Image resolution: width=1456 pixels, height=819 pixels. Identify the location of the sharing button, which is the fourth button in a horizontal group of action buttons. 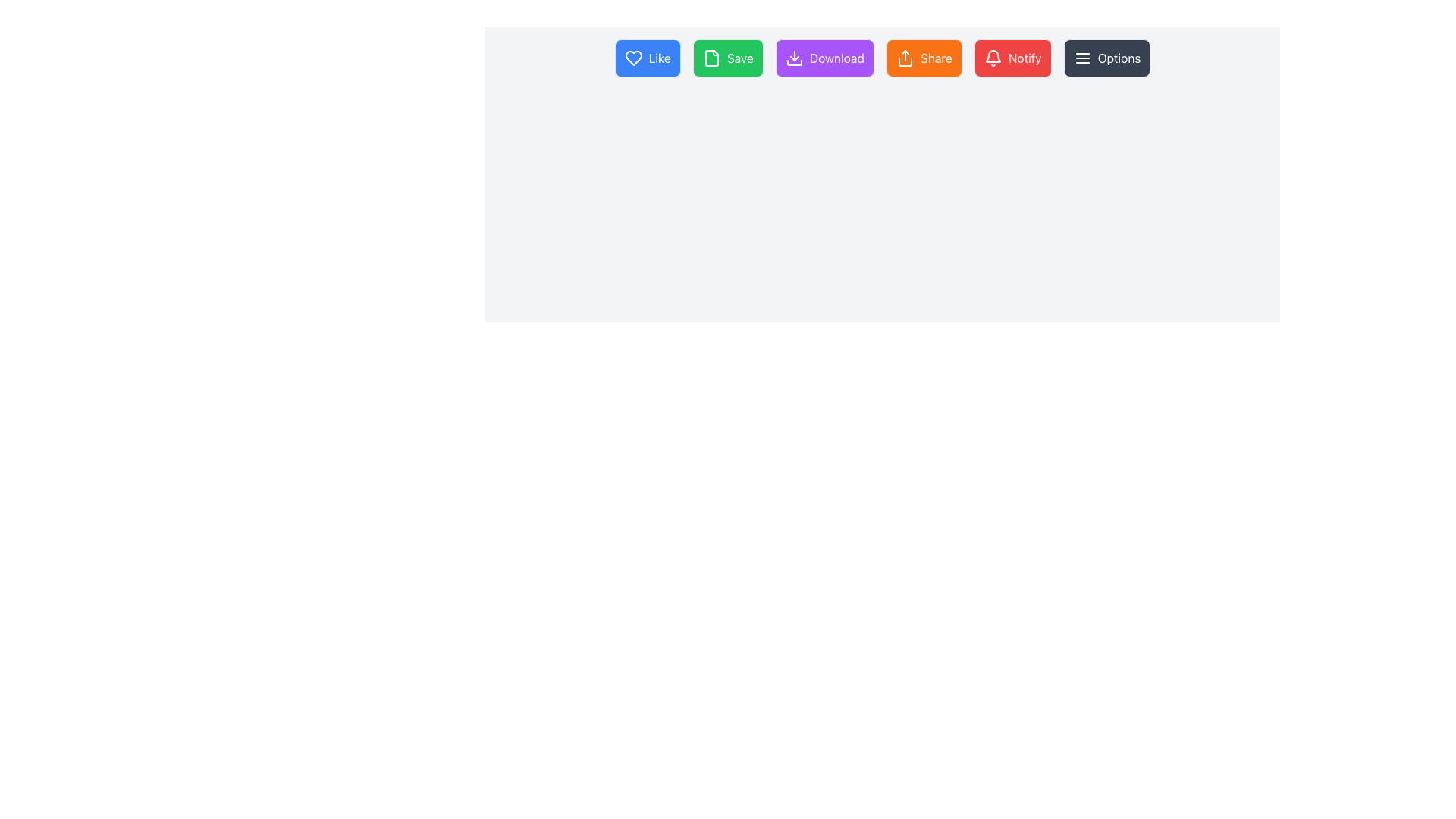
(923, 58).